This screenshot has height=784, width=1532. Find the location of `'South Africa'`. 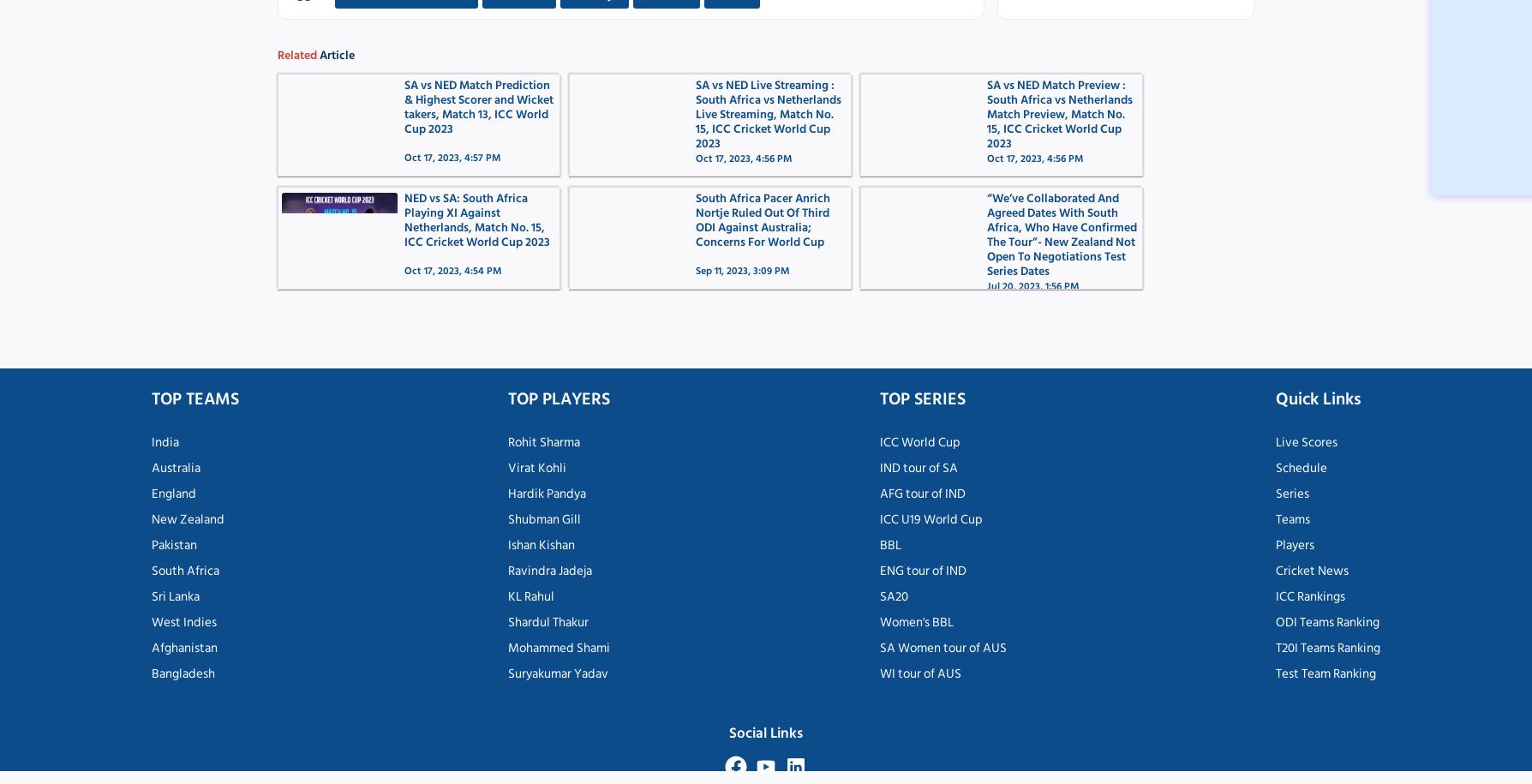

'South Africa' is located at coordinates (185, 569).